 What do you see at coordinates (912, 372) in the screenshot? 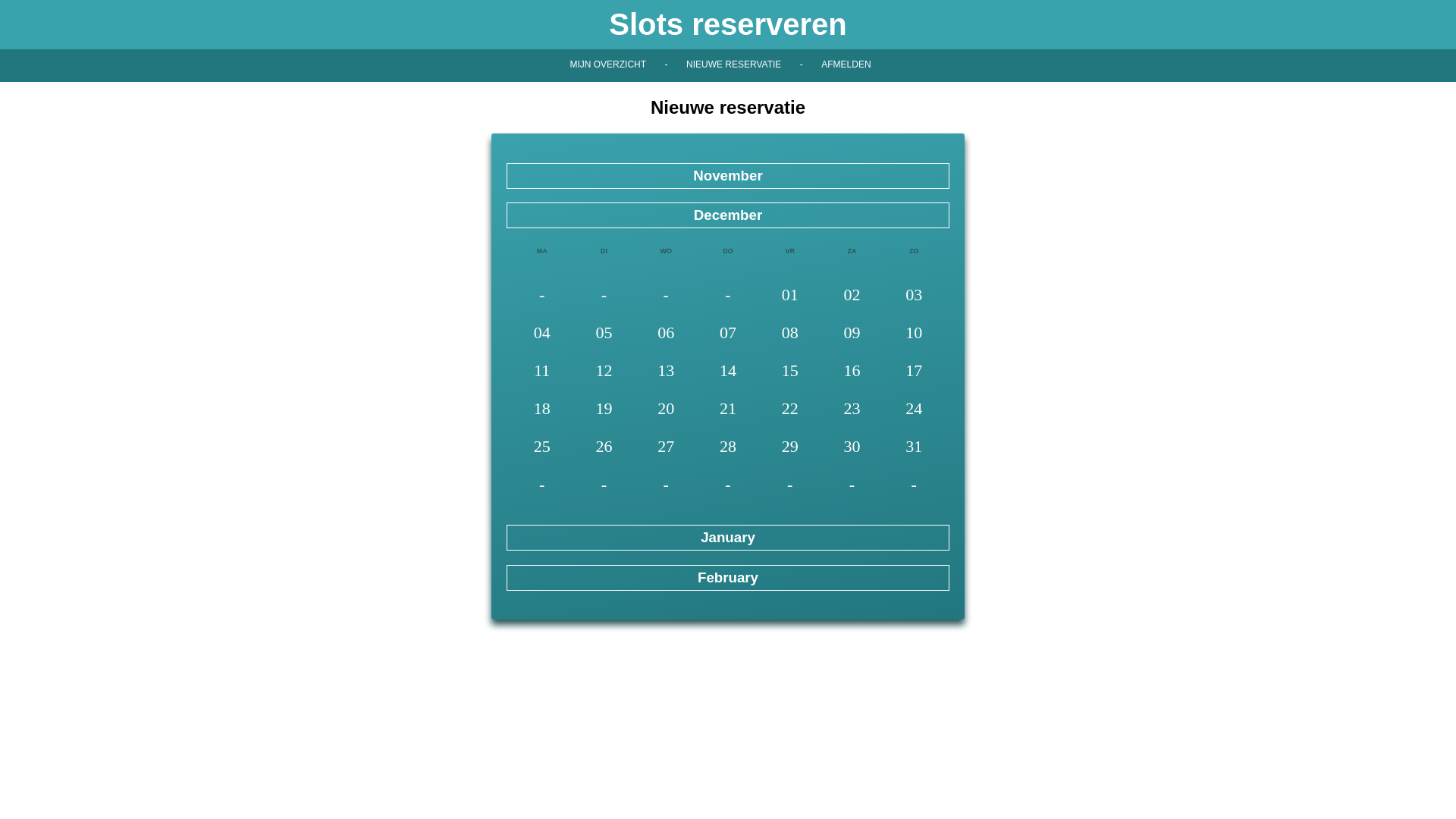
I see `'17'` at bounding box center [912, 372].